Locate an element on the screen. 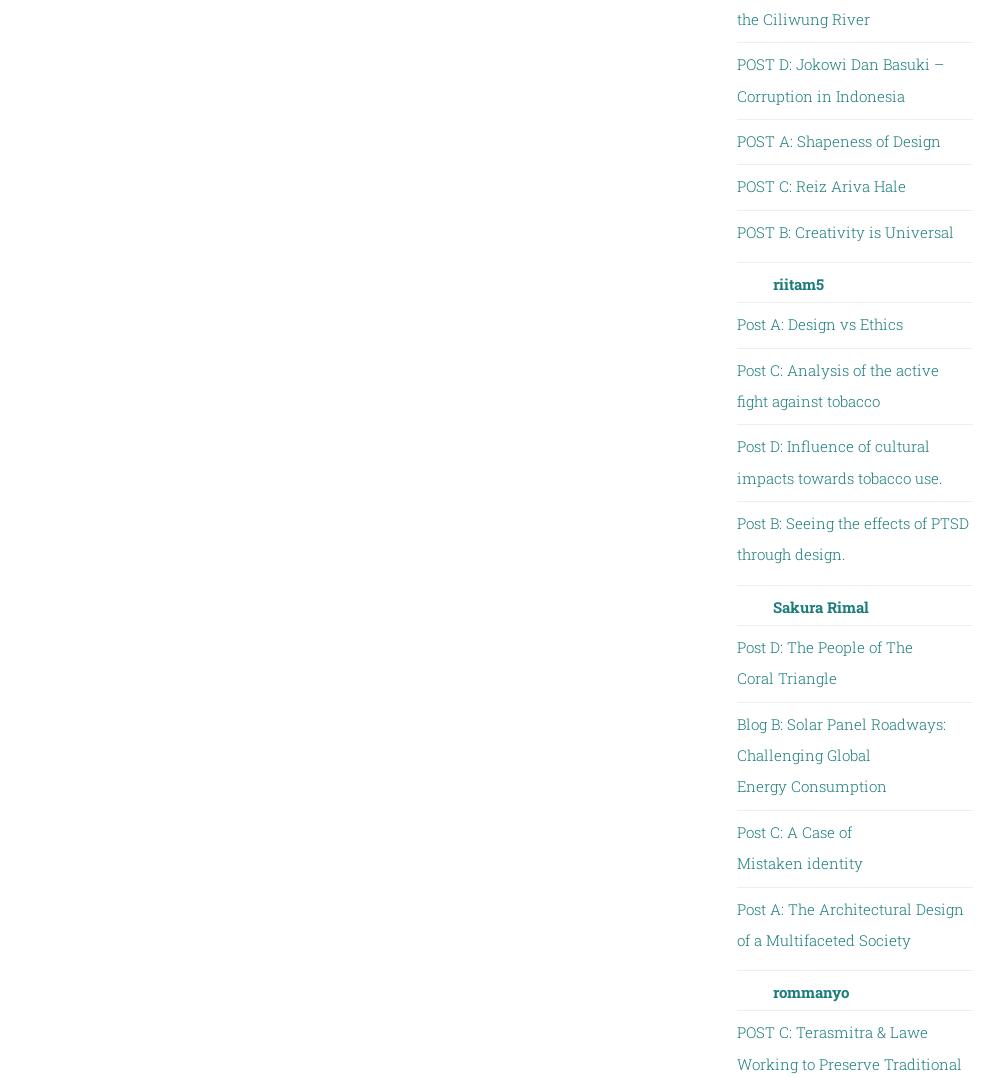 This screenshot has height=1078, width=1000. 'rommanyo' is located at coordinates (810, 991).